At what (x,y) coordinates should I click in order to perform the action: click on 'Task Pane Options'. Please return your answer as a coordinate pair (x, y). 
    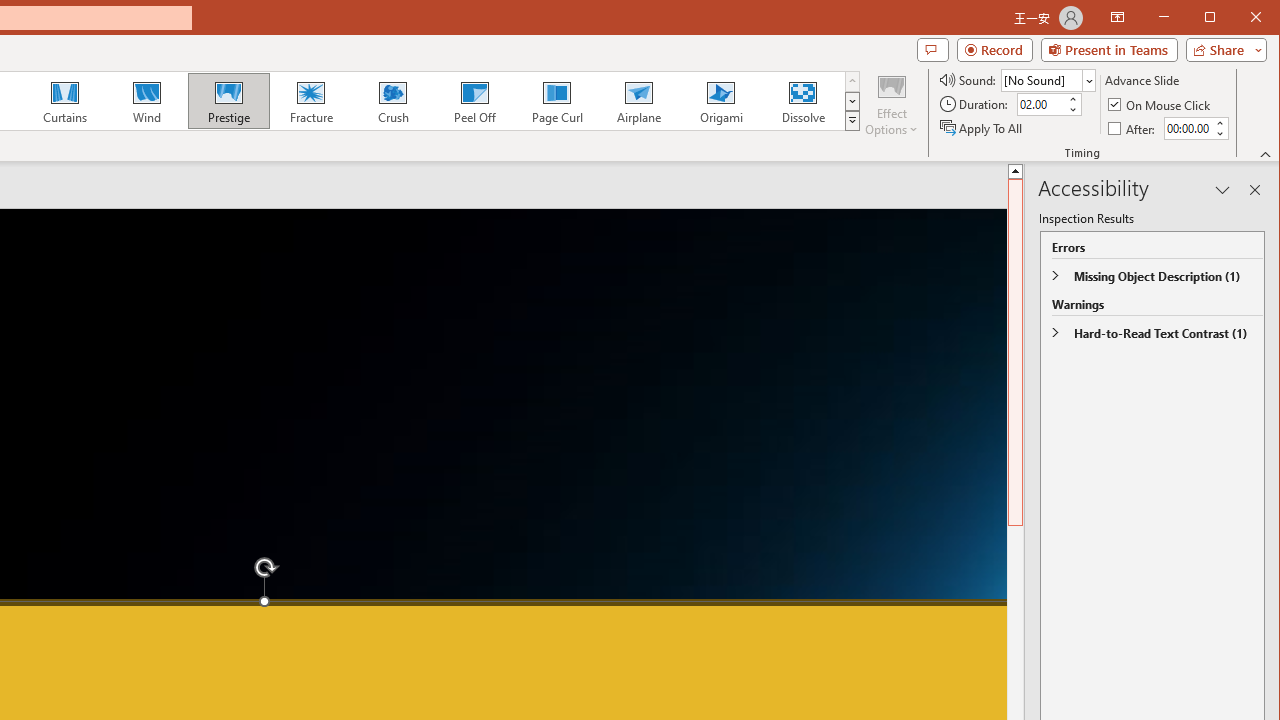
    Looking at the image, I should click on (1222, 190).